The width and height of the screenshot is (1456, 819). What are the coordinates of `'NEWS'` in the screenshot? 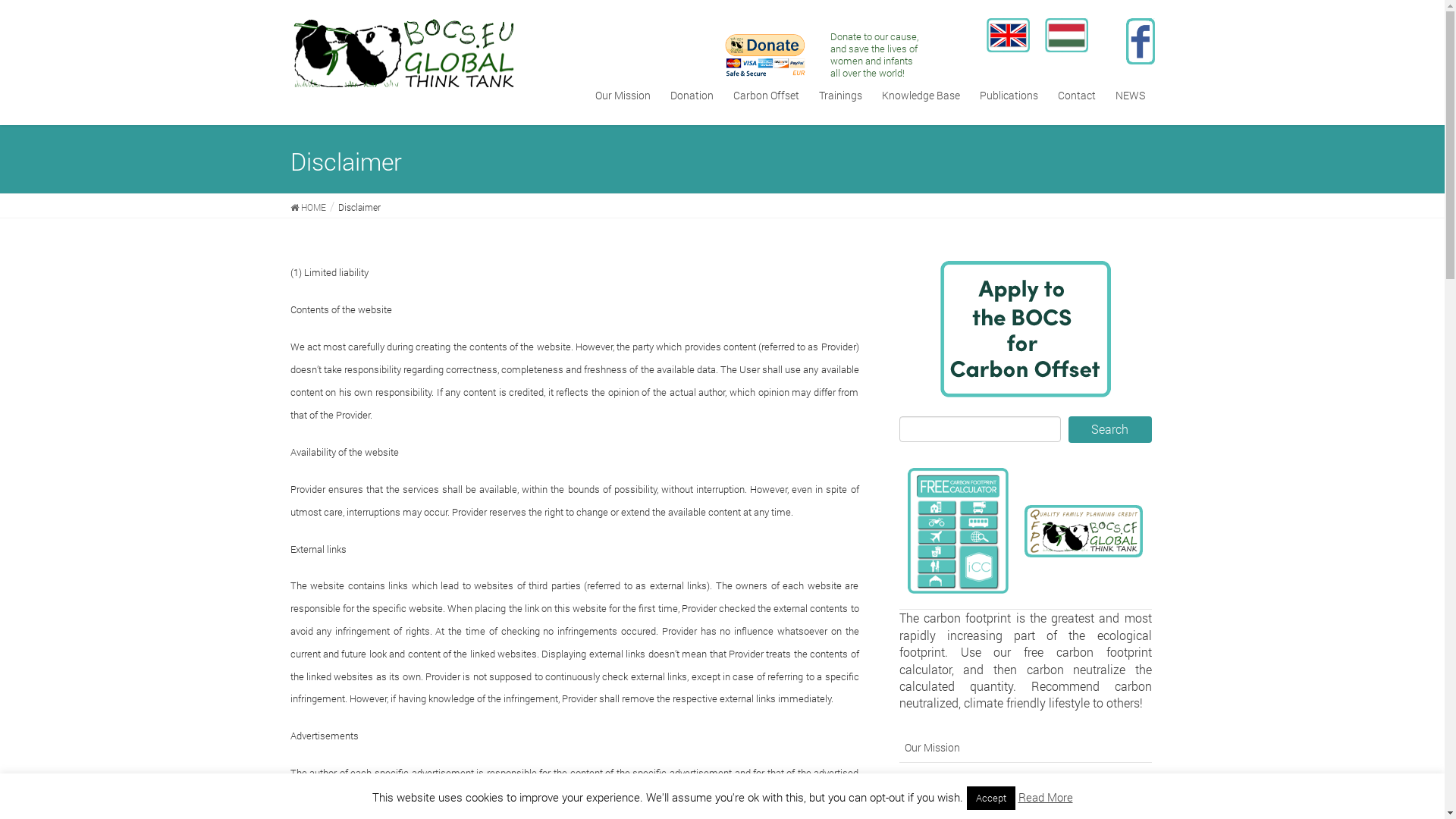 It's located at (1130, 95).